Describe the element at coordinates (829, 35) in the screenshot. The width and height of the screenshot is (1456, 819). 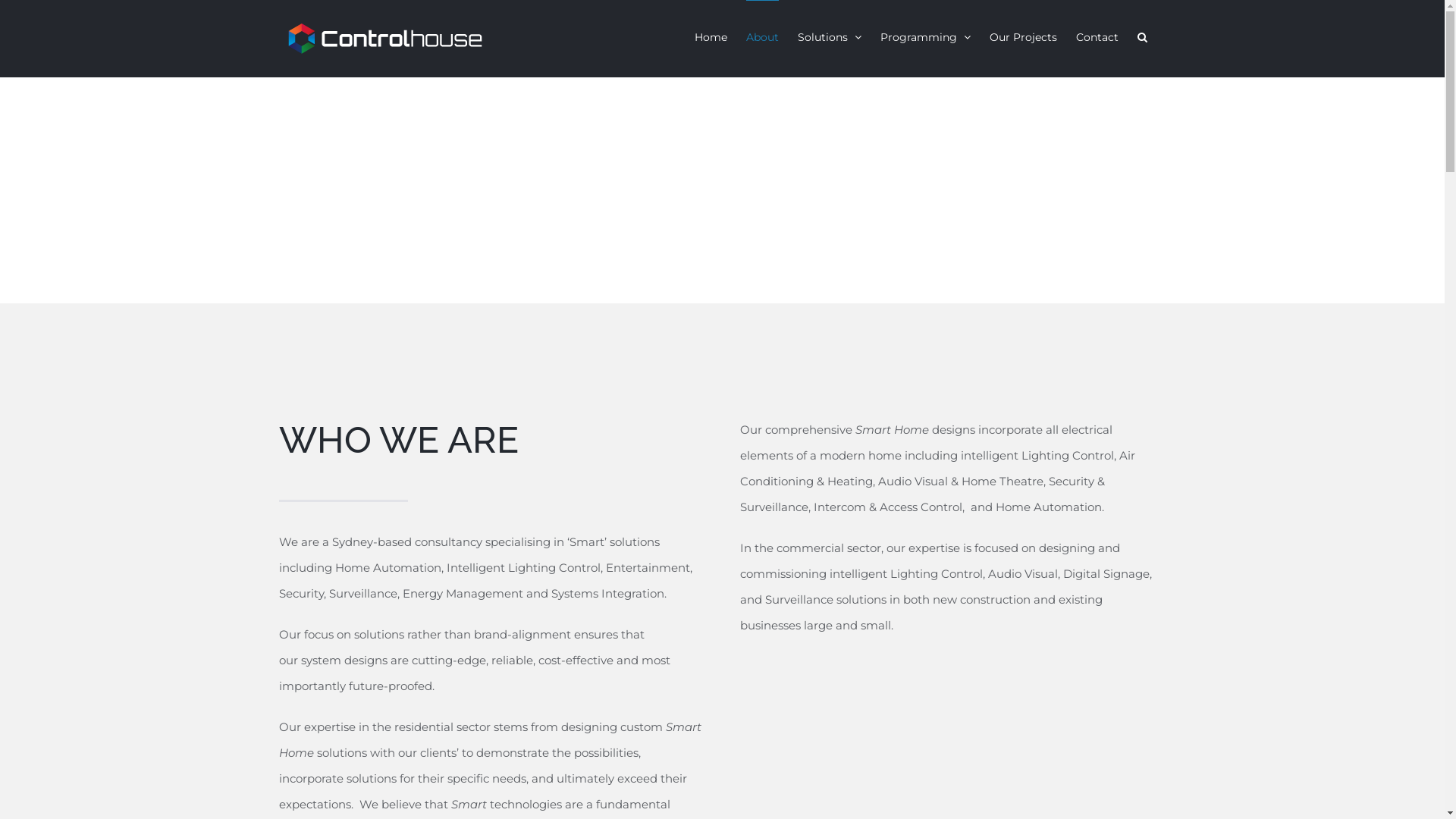
I see `'Solutions'` at that location.